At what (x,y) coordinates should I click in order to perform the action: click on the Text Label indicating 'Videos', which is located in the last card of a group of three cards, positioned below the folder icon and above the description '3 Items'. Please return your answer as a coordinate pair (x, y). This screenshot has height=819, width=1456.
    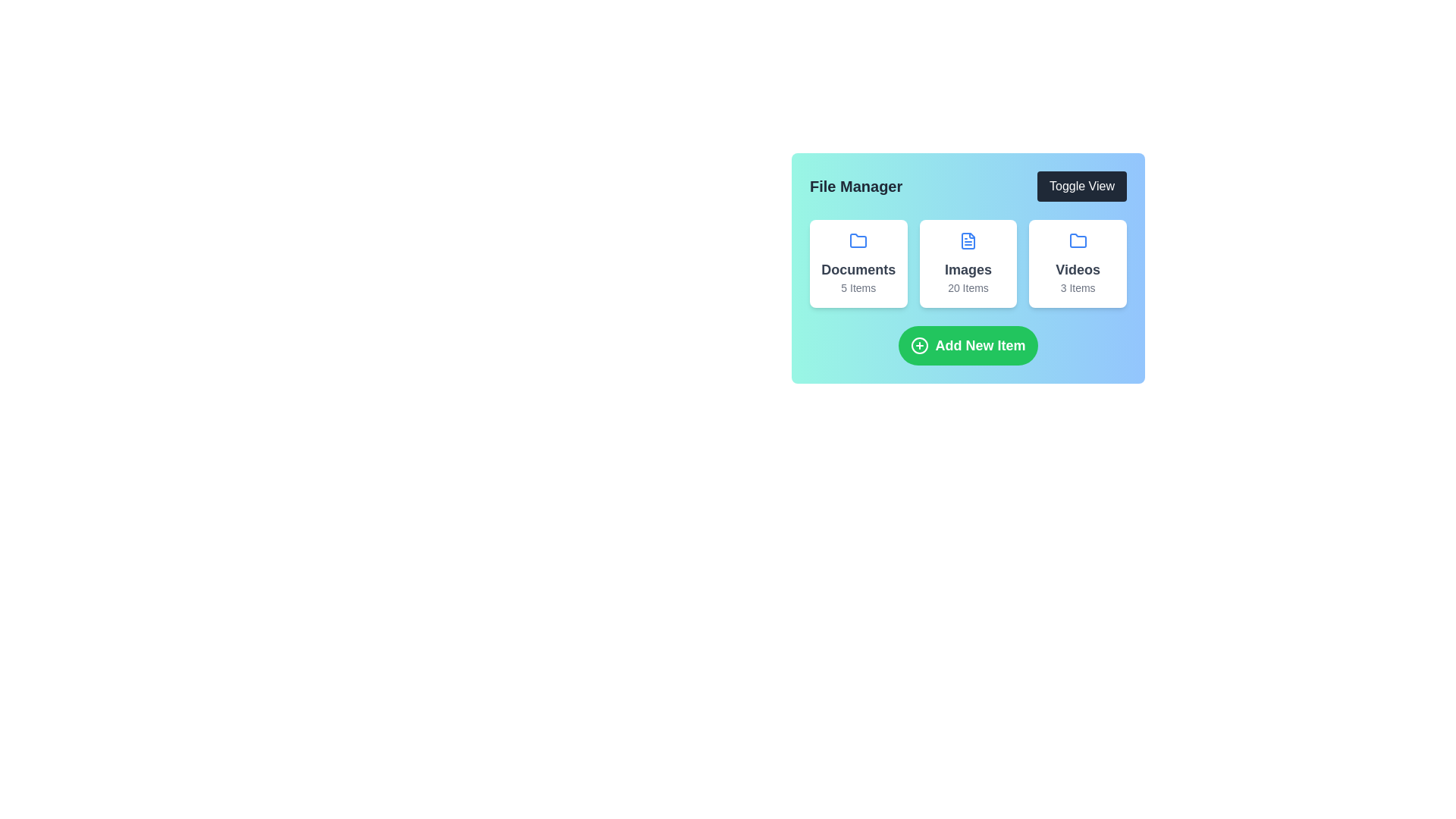
    Looking at the image, I should click on (1077, 268).